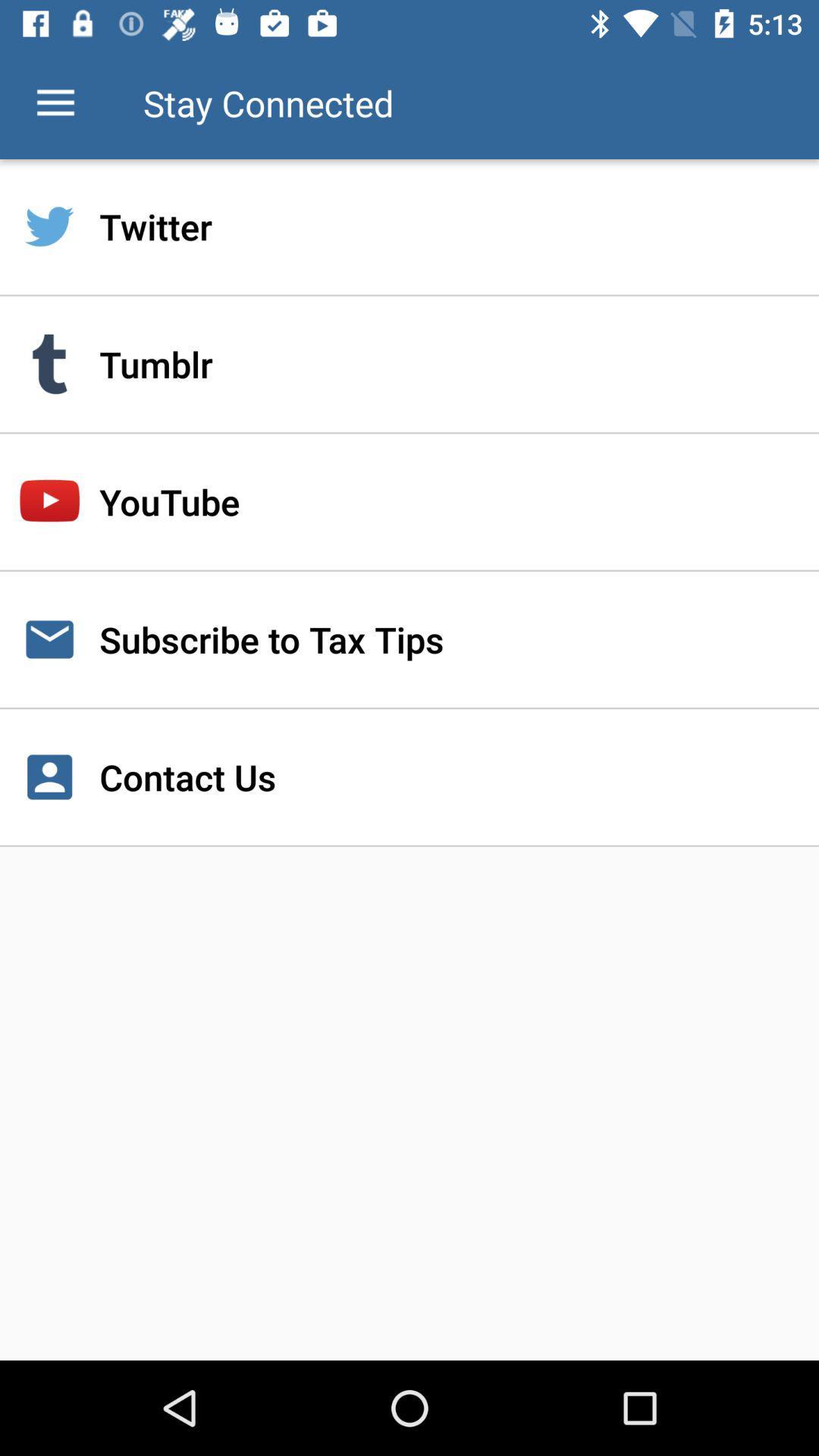  I want to click on the subscribe to tax icon, so click(409, 639).